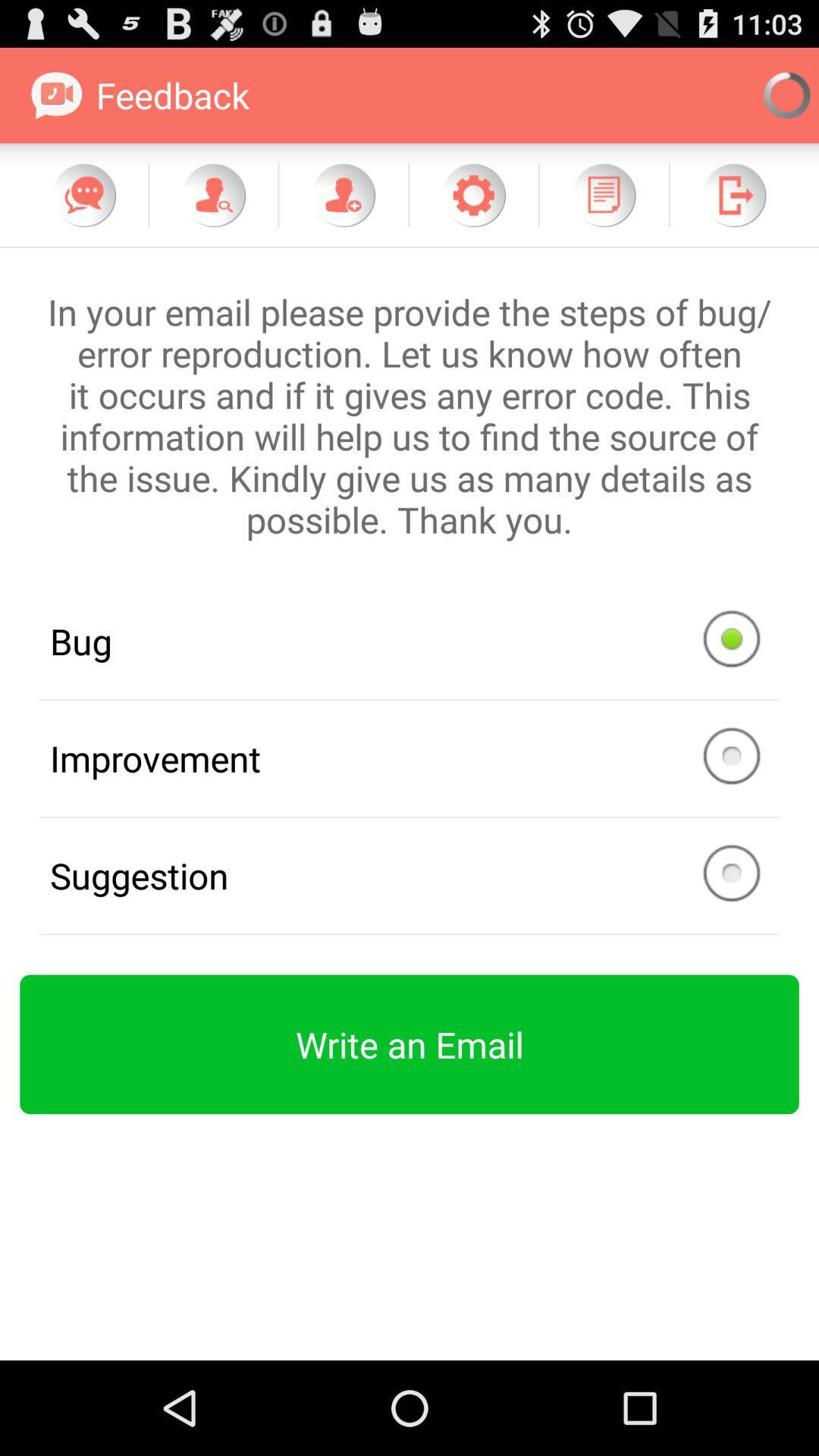  I want to click on feedback, so click(343, 194).